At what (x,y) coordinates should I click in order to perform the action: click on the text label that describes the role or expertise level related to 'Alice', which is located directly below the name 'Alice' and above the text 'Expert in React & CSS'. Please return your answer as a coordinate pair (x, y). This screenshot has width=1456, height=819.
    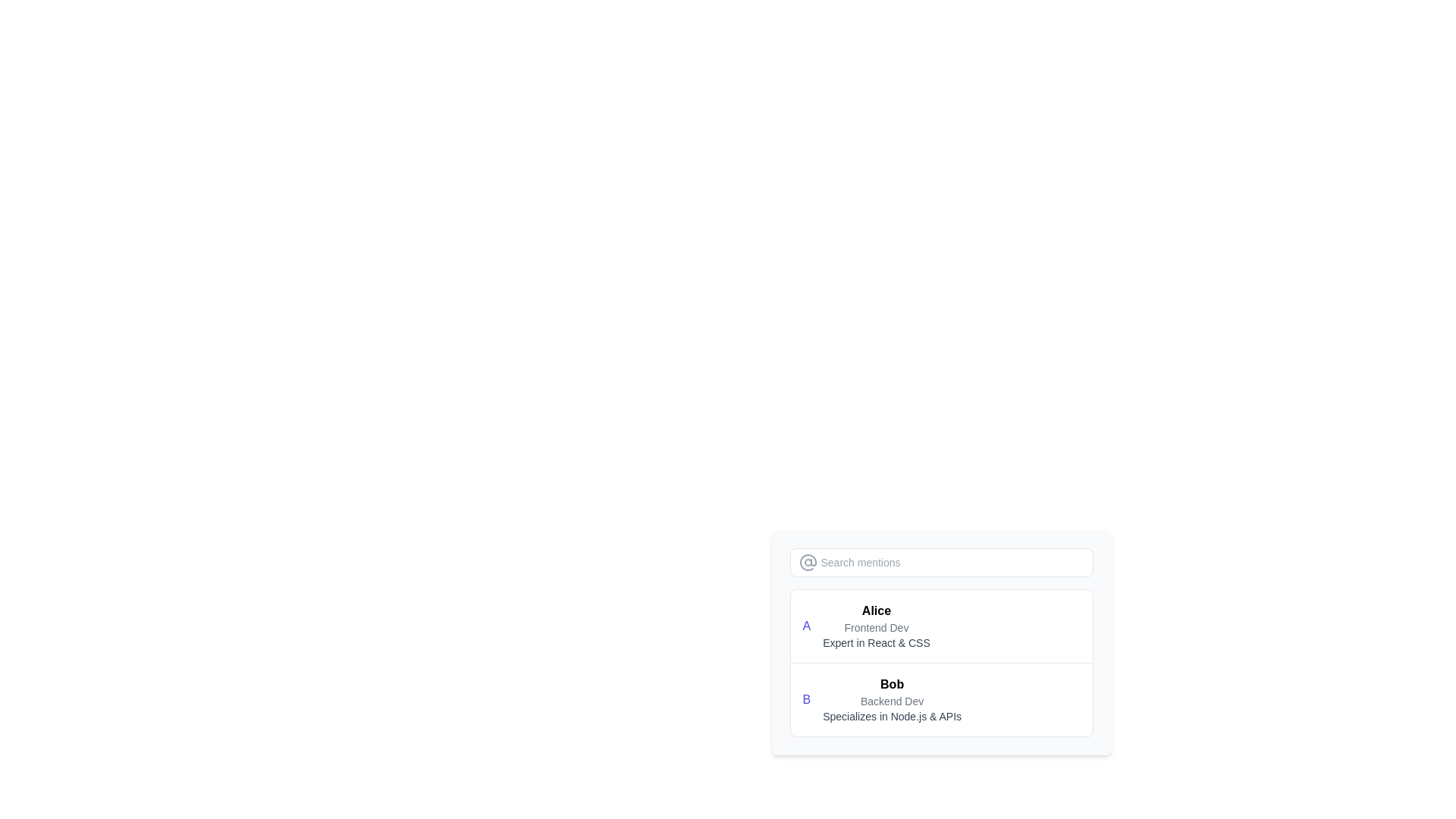
    Looking at the image, I should click on (877, 628).